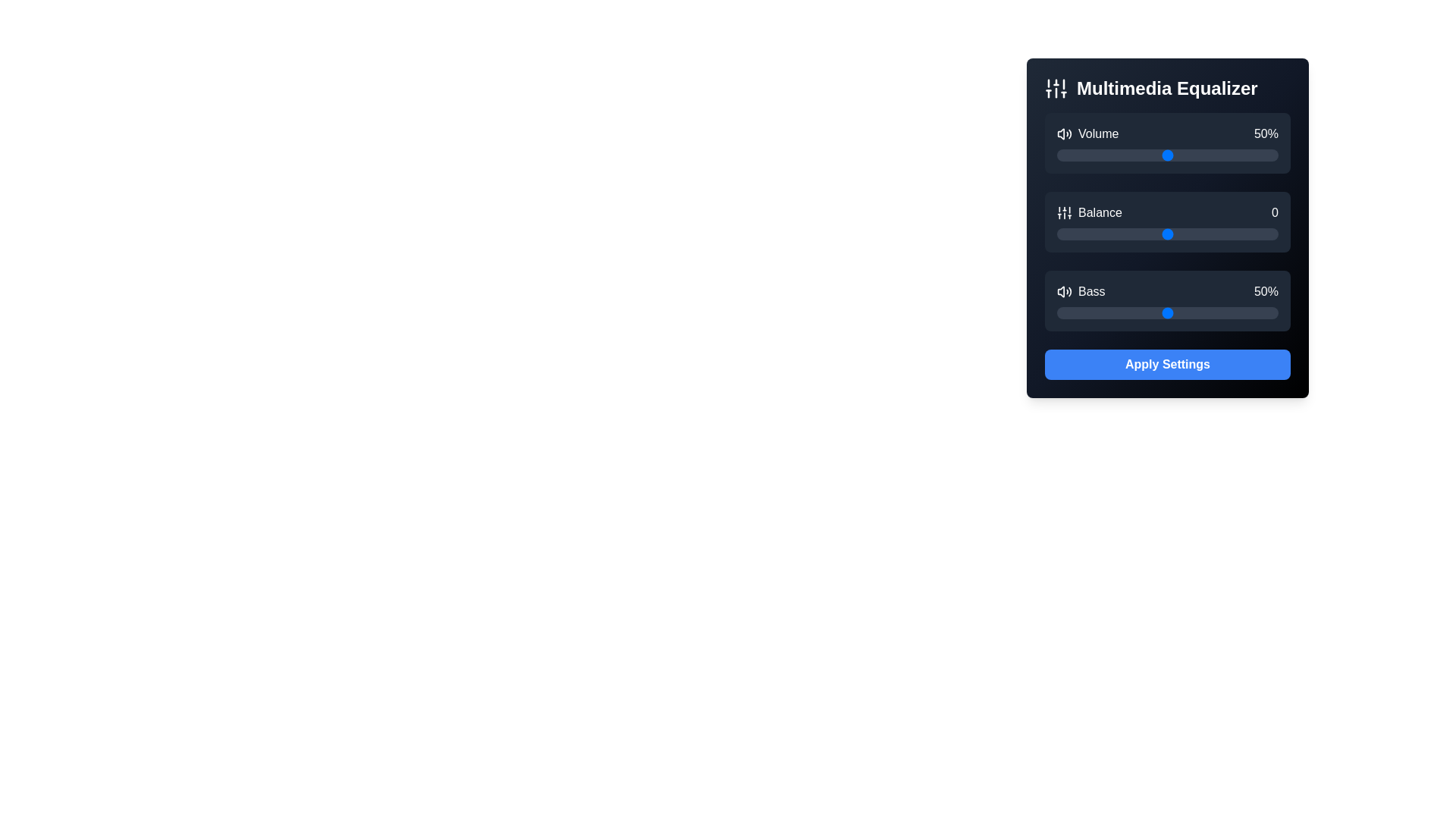  What do you see at coordinates (1252, 155) in the screenshot?
I see `the volume level` at bounding box center [1252, 155].